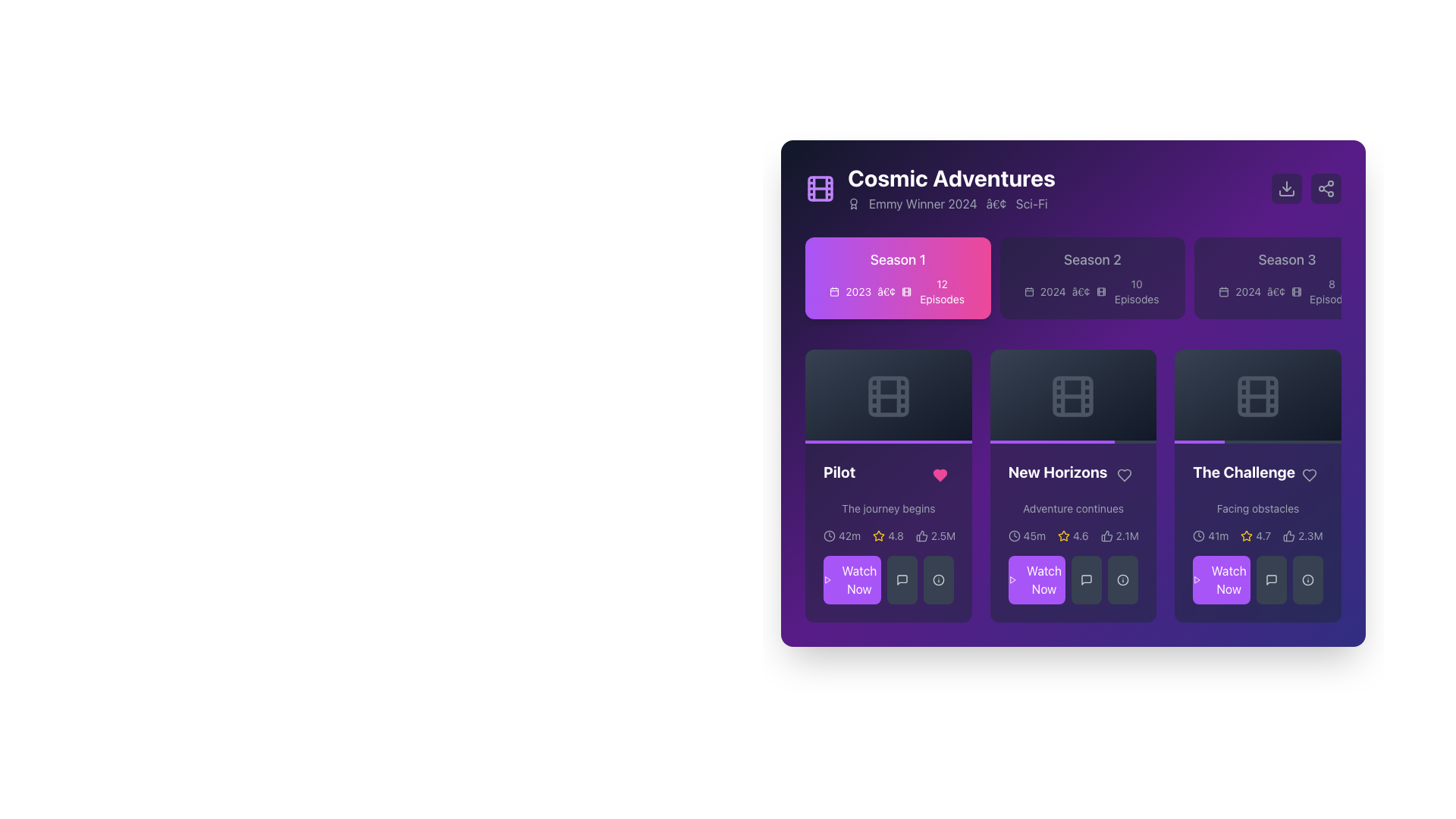 The image size is (1456, 819). What do you see at coordinates (1106, 535) in the screenshot?
I see `the Thumbs Up icon in the New Horizons section to like the content` at bounding box center [1106, 535].